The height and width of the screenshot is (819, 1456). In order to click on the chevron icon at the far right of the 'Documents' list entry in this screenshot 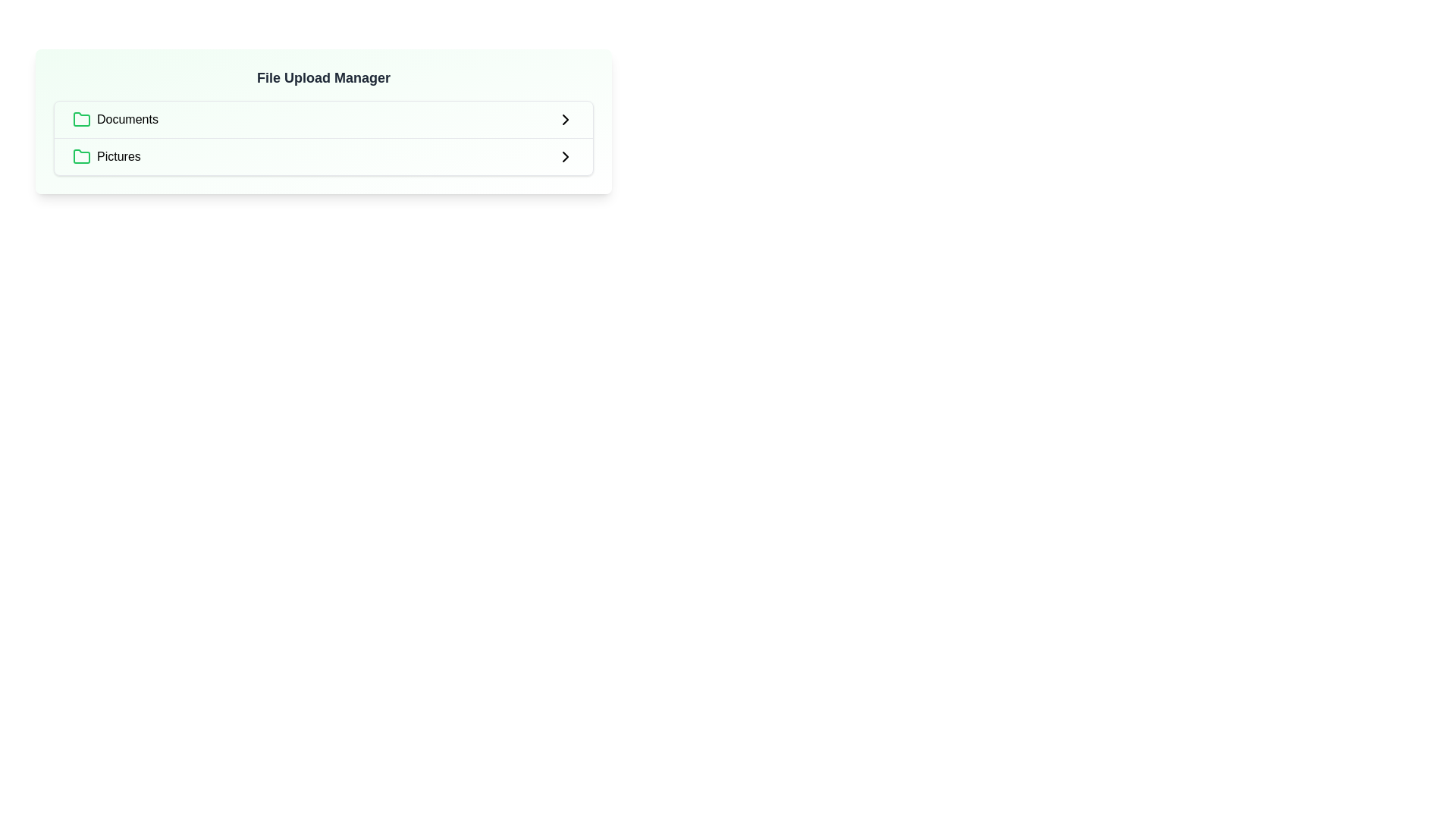, I will do `click(564, 119)`.